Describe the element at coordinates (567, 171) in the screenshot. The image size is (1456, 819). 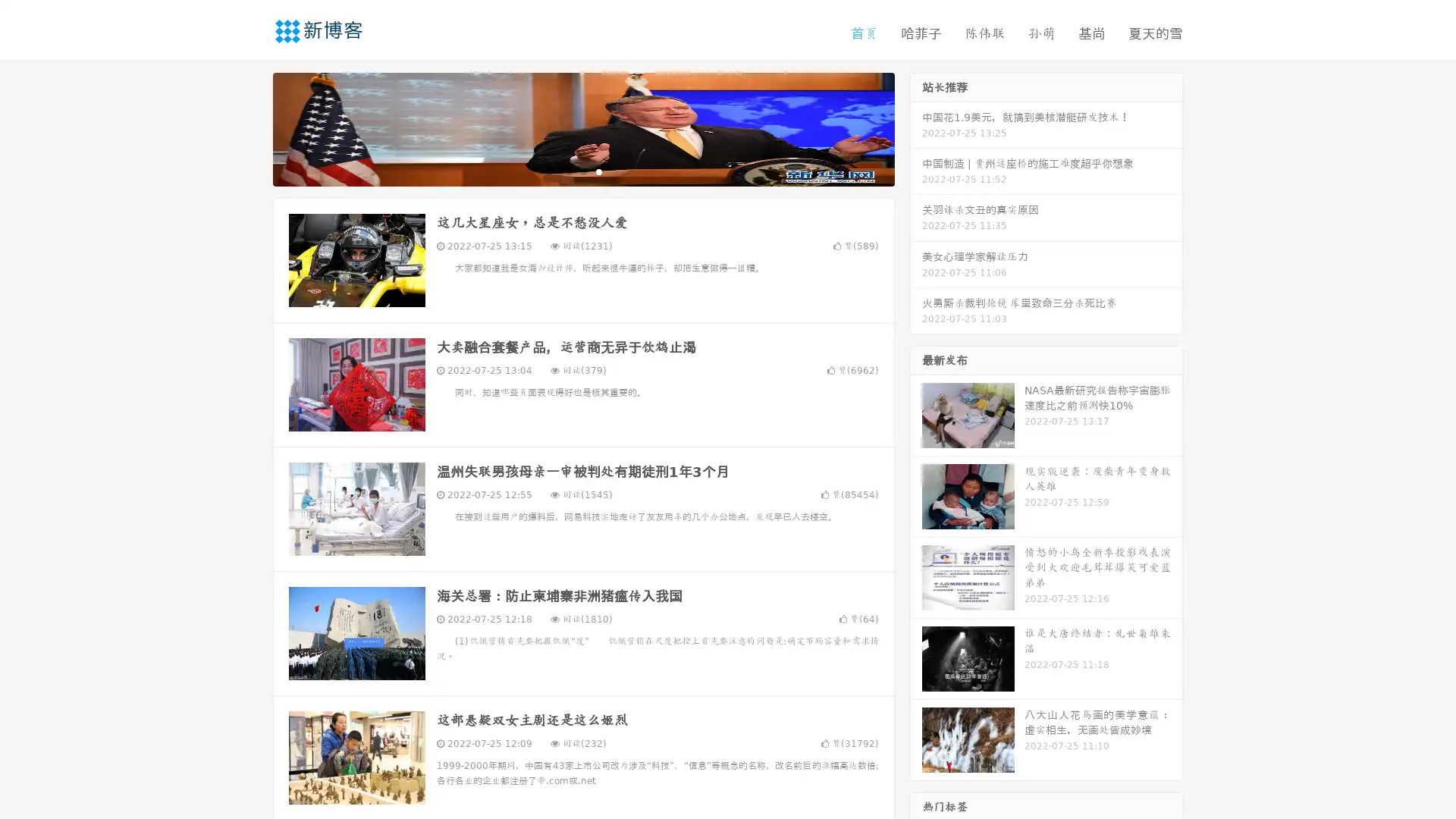
I see `Go to slide 1` at that location.